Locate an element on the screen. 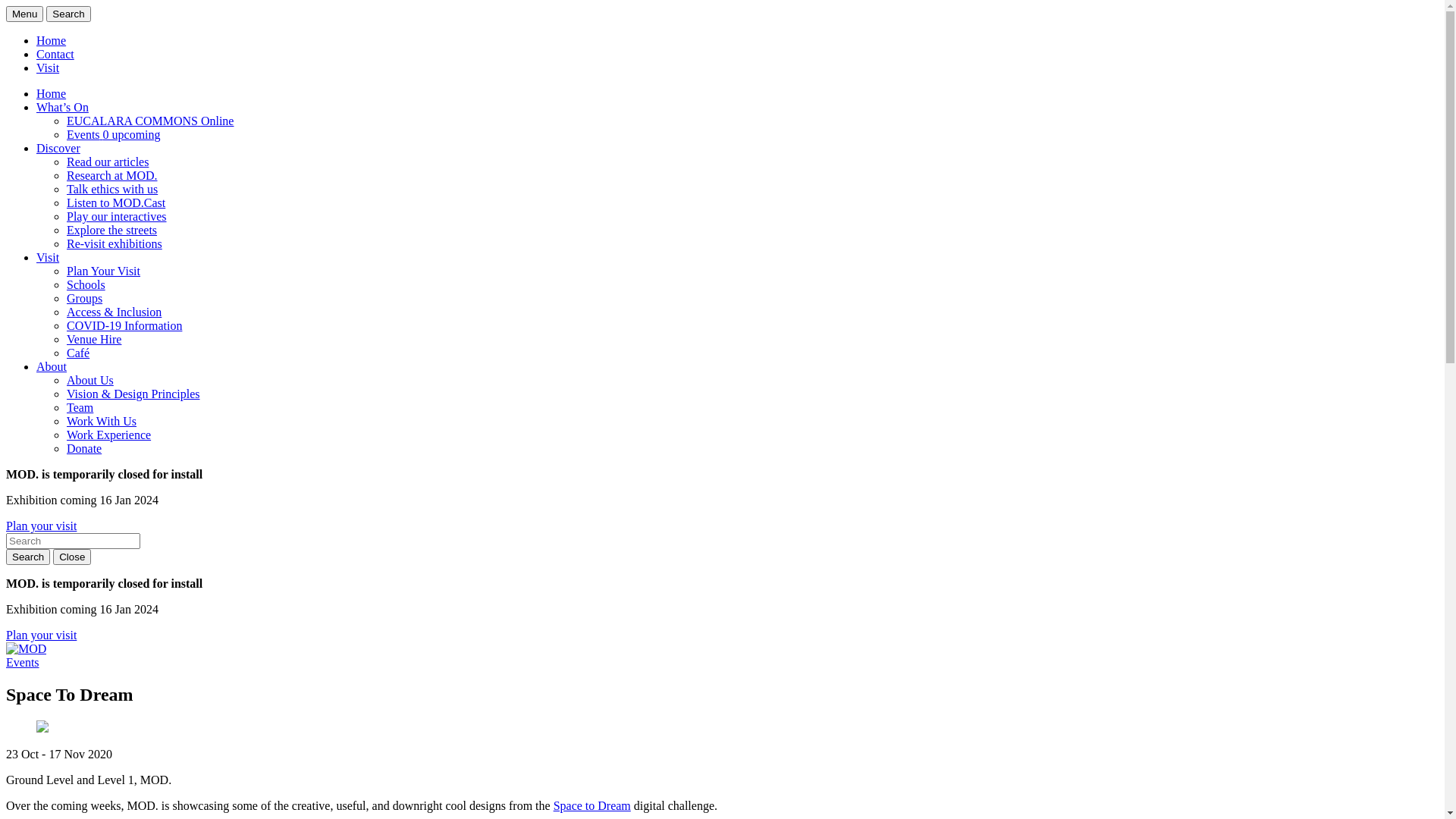  'Menu' is located at coordinates (24, 14).